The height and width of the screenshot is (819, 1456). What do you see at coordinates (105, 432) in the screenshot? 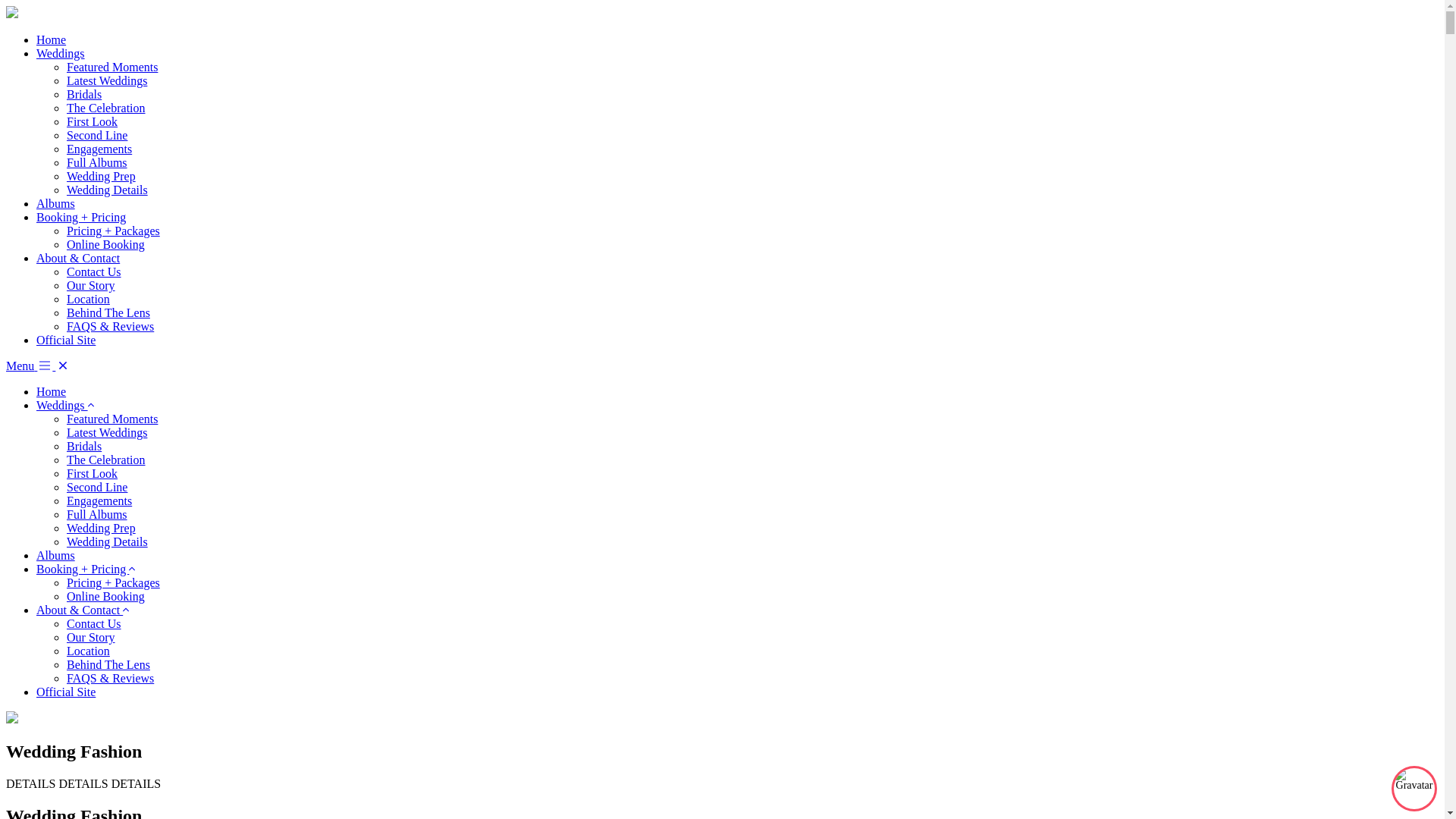
I see `'Latest Weddings'` at bounding box center [105, 432].